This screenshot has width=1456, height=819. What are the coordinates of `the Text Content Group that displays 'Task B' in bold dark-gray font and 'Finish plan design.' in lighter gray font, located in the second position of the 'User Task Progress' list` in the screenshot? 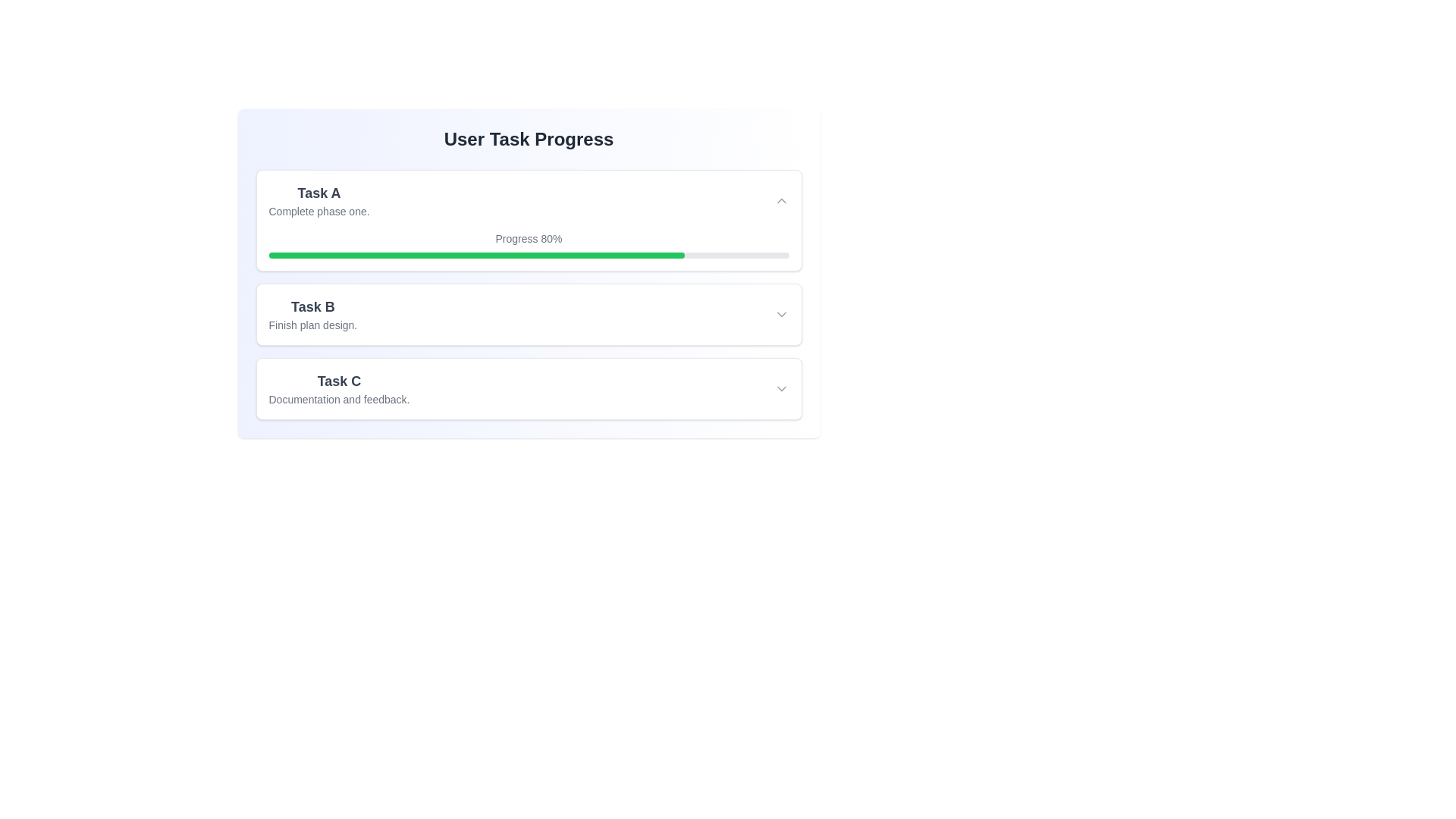 It's located at (312, 314).